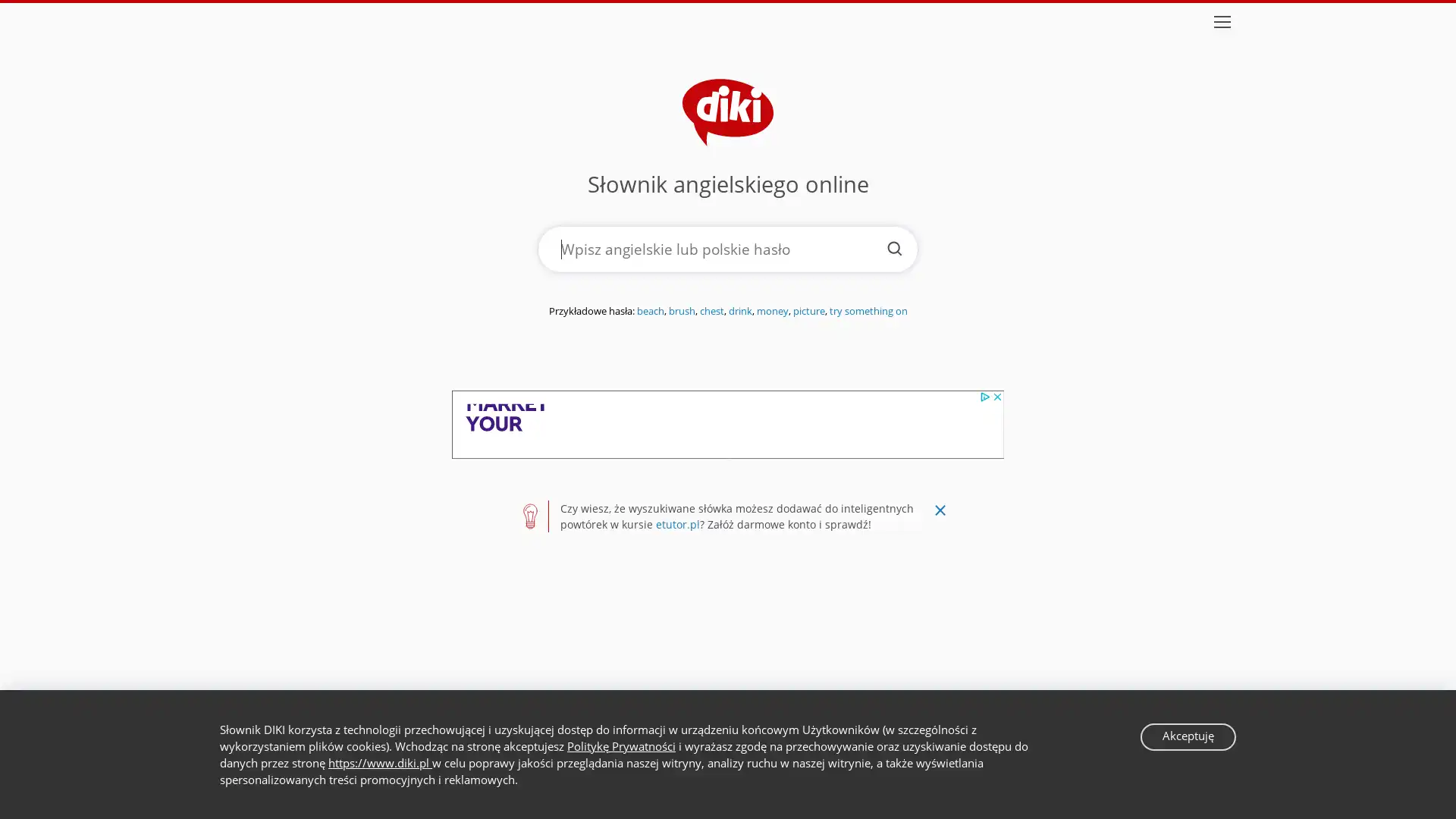 The width and height of the screenshot is (1456, 819). What do you see at coordinates (895, 247) in the screenshot?
I see `Szukaj` at bounding box center [895, 247].